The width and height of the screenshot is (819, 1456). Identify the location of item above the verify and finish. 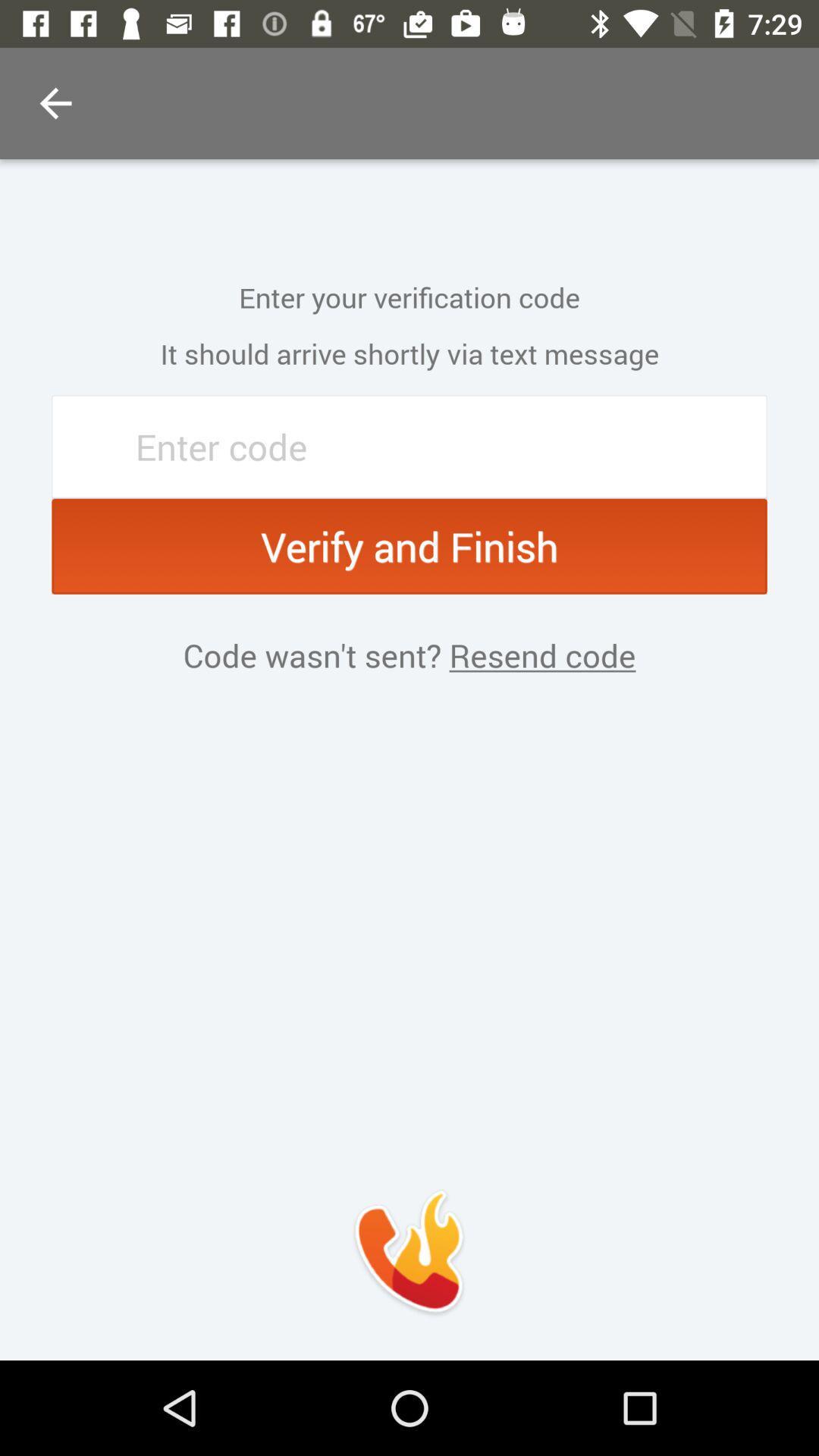
(409, 446).